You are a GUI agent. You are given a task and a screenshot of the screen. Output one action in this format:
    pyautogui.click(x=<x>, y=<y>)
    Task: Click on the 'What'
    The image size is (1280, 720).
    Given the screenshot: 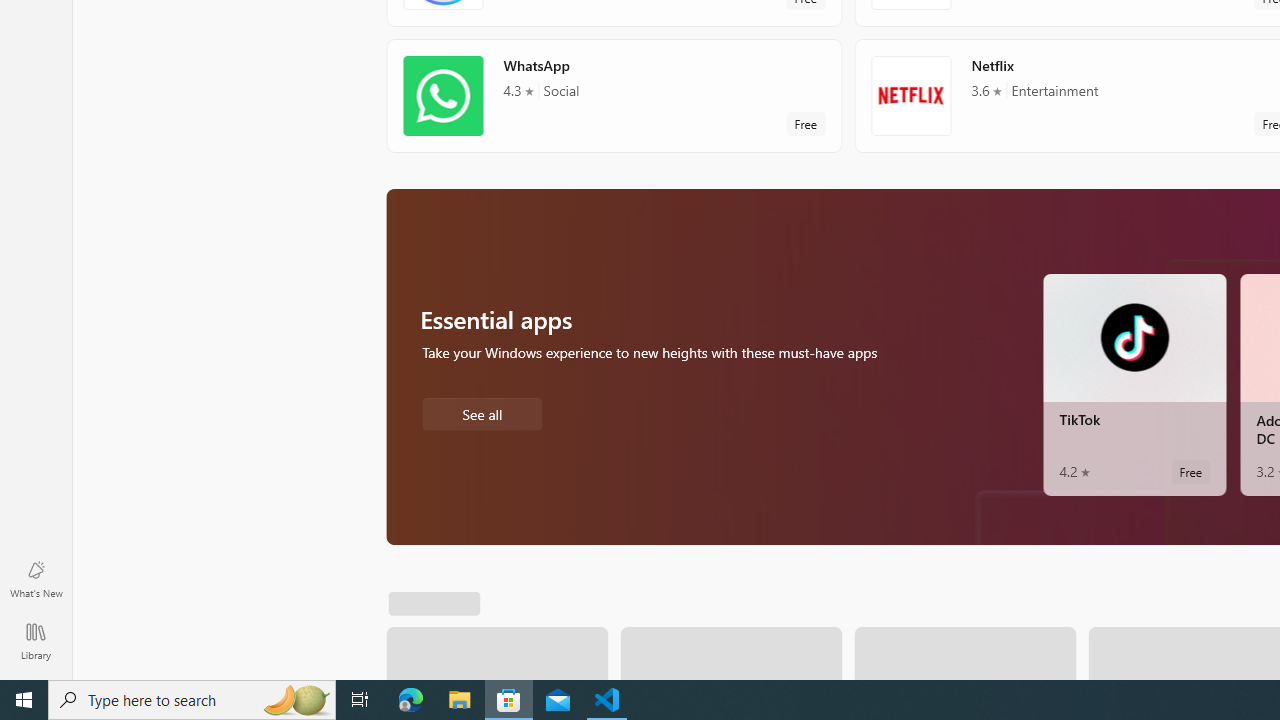 What is the action you would take?
    pyautogui.click(x=35, y=578)
    